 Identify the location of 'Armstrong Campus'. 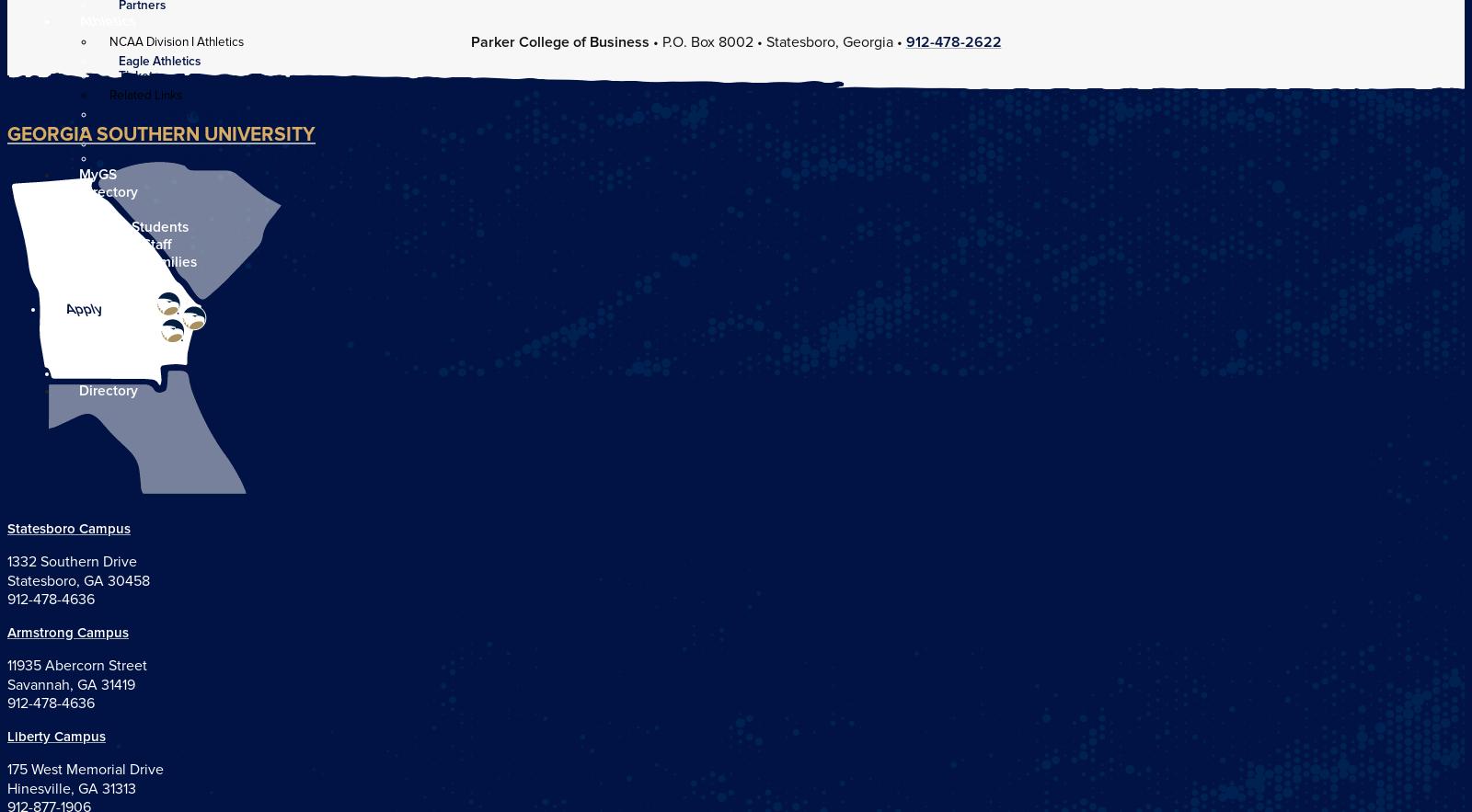
(66, 633).